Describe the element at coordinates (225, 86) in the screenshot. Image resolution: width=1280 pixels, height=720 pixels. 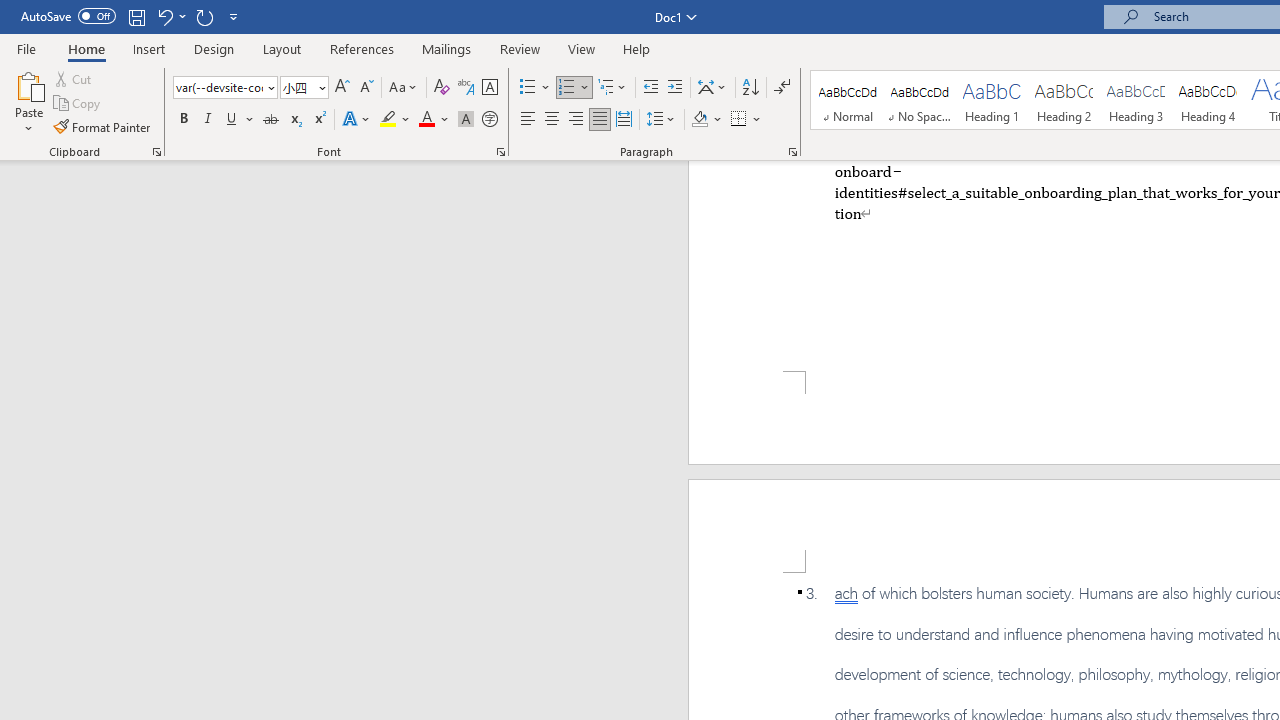
I see `'Font'` at that location.